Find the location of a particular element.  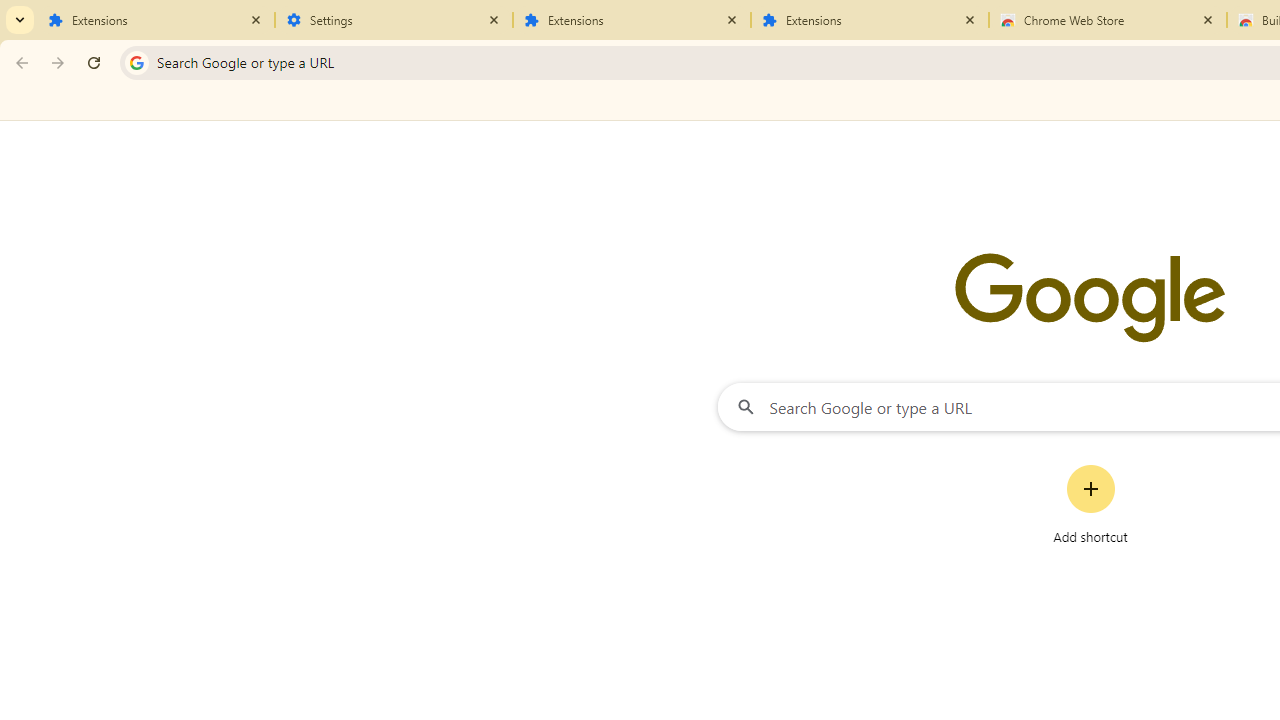

'Add shortcut' is located at coordinates (1089, 504).